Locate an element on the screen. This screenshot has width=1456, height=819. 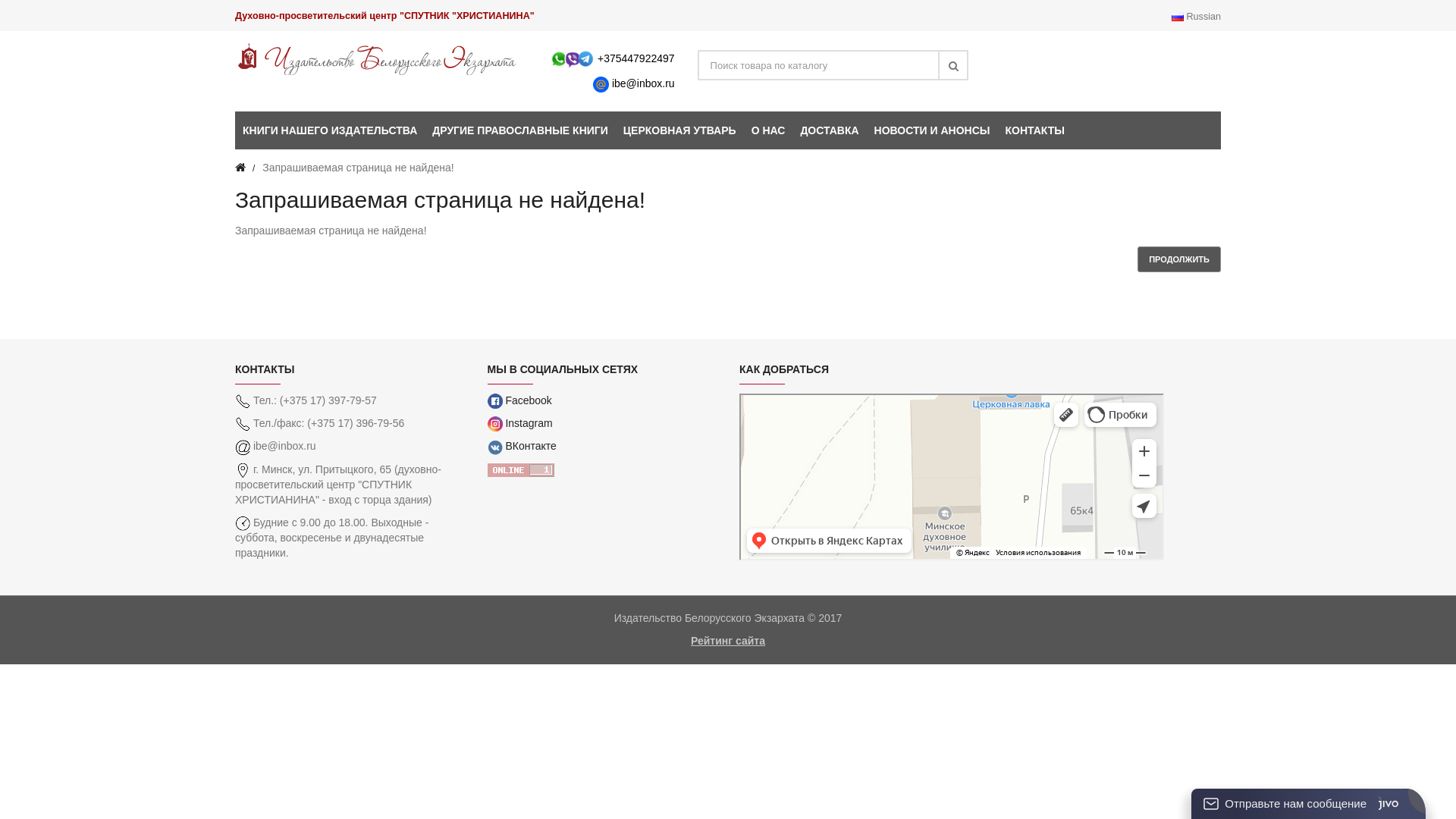
'Russian' is located at coordinates (1195, 17).